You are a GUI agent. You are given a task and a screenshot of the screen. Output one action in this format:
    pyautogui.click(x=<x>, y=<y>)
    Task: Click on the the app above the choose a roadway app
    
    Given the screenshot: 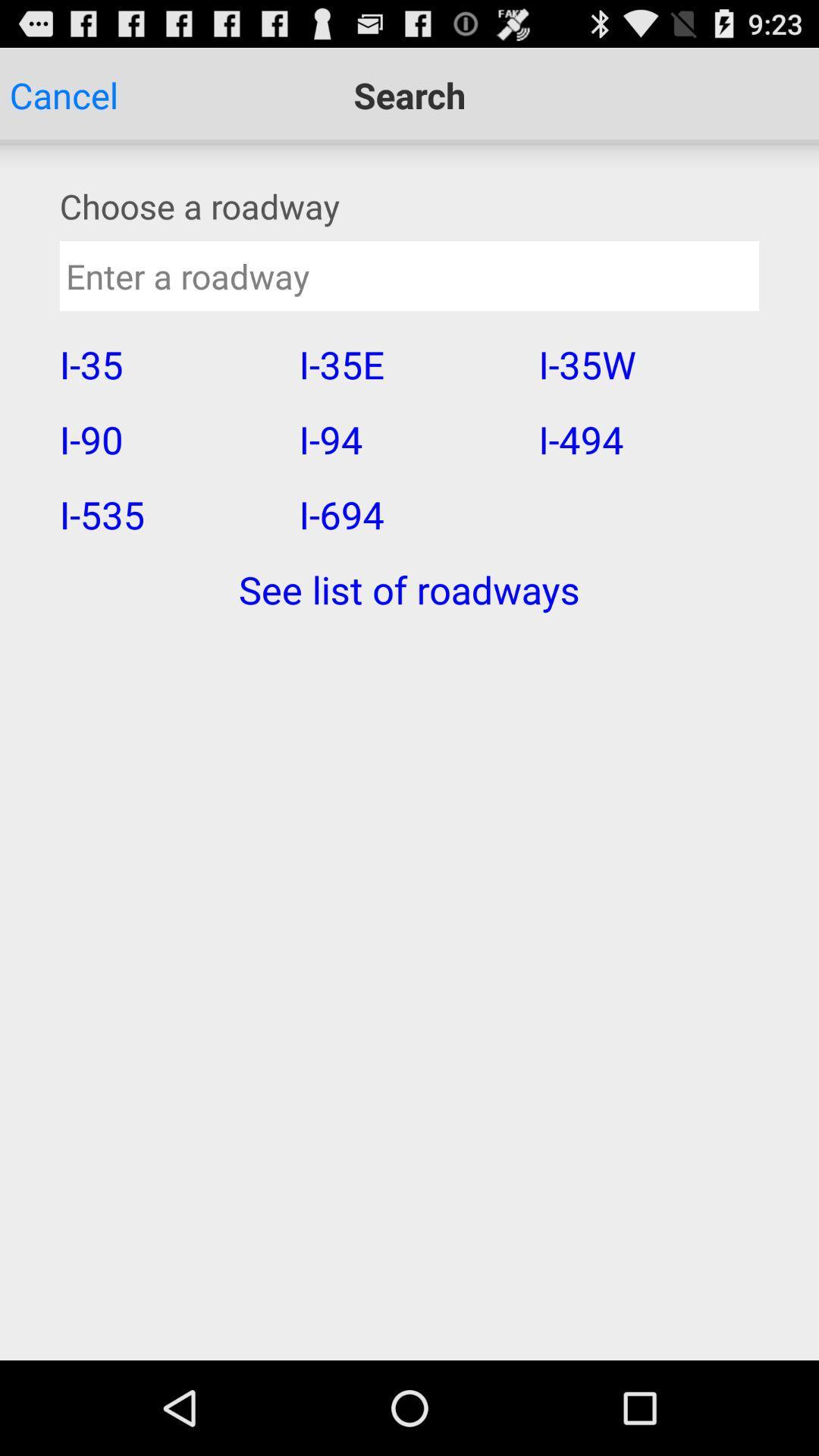 What is the action you would take?
    pyautogui.click(x=63, y=94)
    